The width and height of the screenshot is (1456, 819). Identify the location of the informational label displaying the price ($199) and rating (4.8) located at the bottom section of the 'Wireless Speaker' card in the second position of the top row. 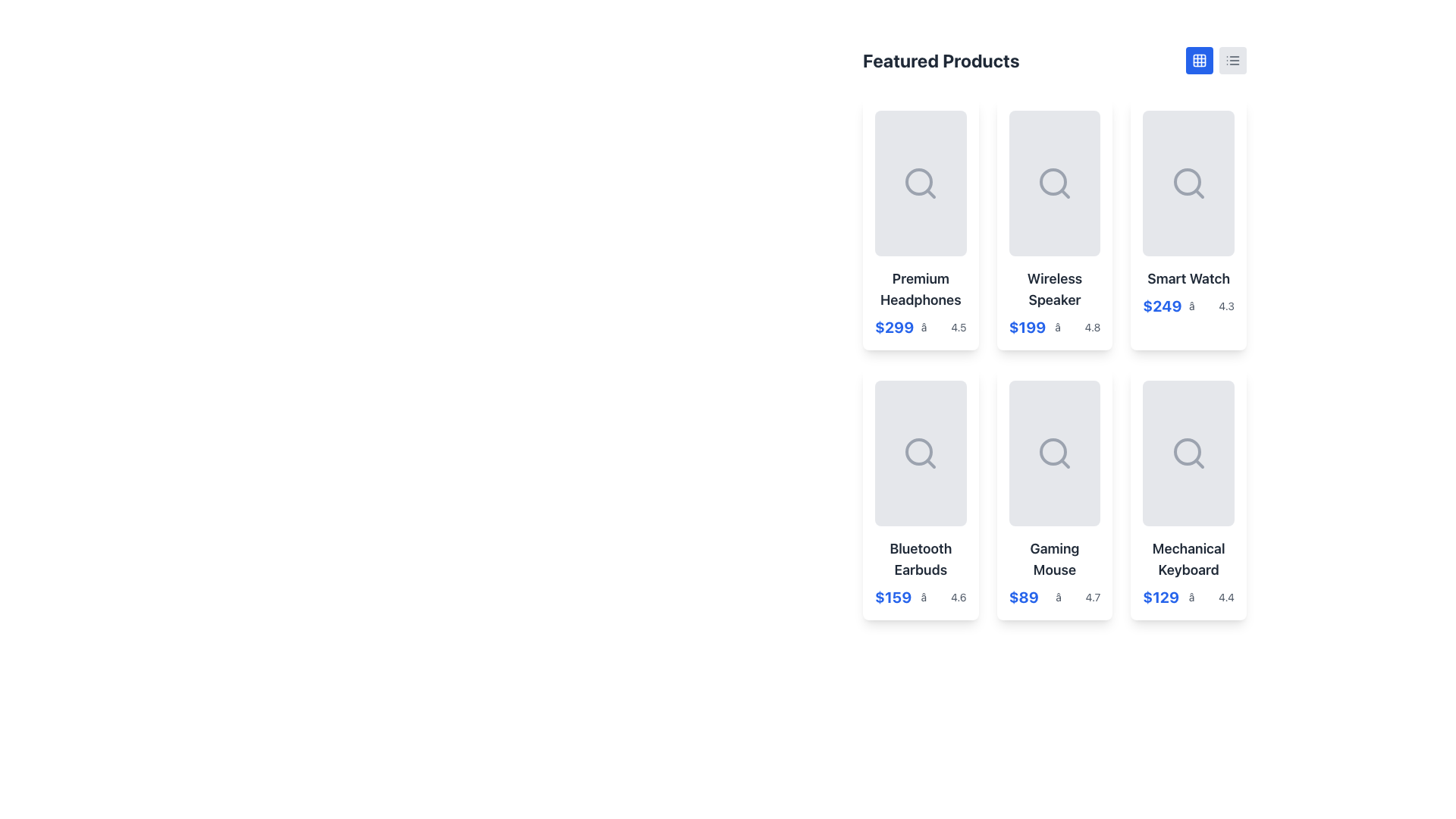
(1054, 327).